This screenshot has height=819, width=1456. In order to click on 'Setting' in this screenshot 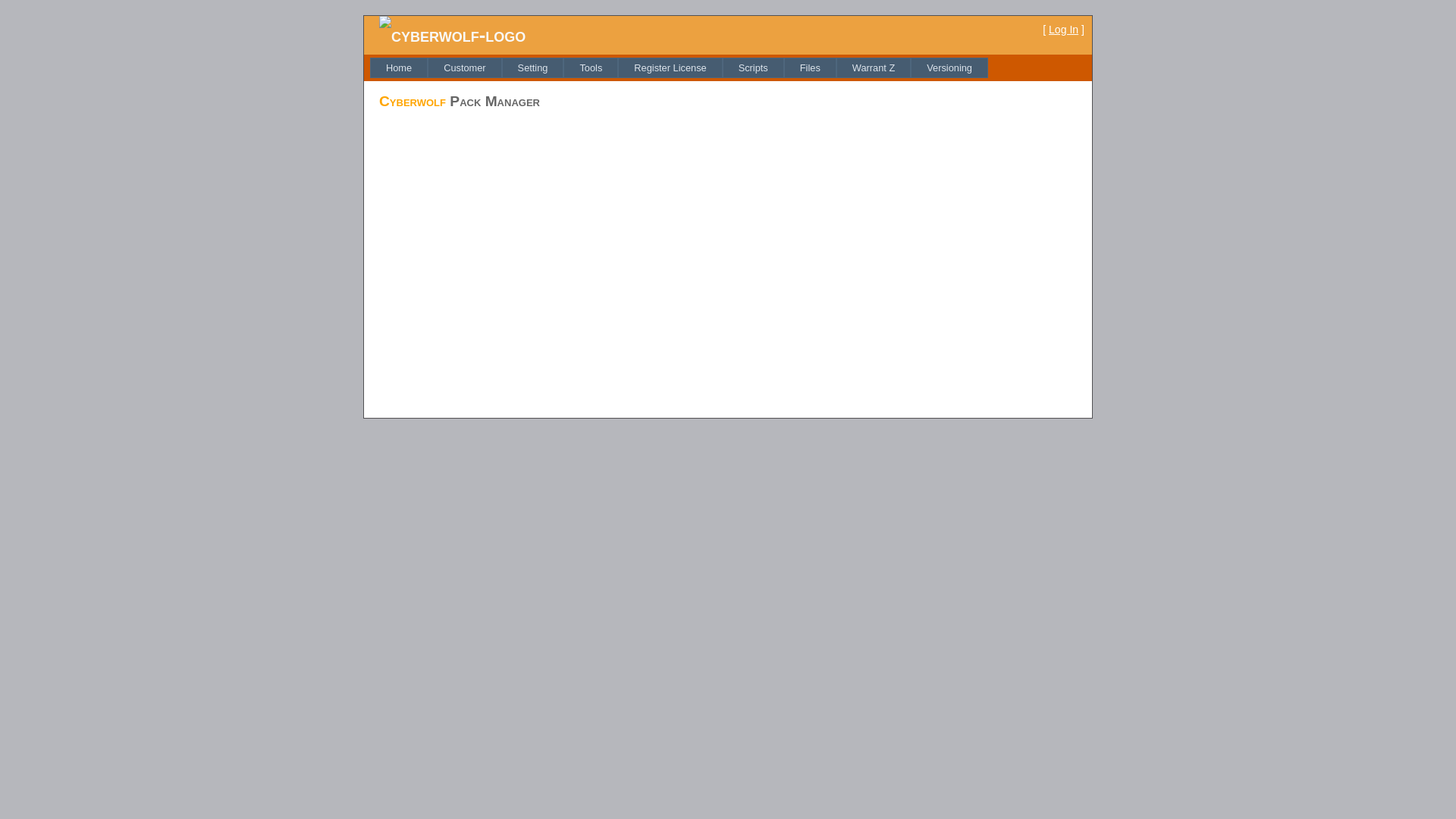, I will do `click(532, 67)`.